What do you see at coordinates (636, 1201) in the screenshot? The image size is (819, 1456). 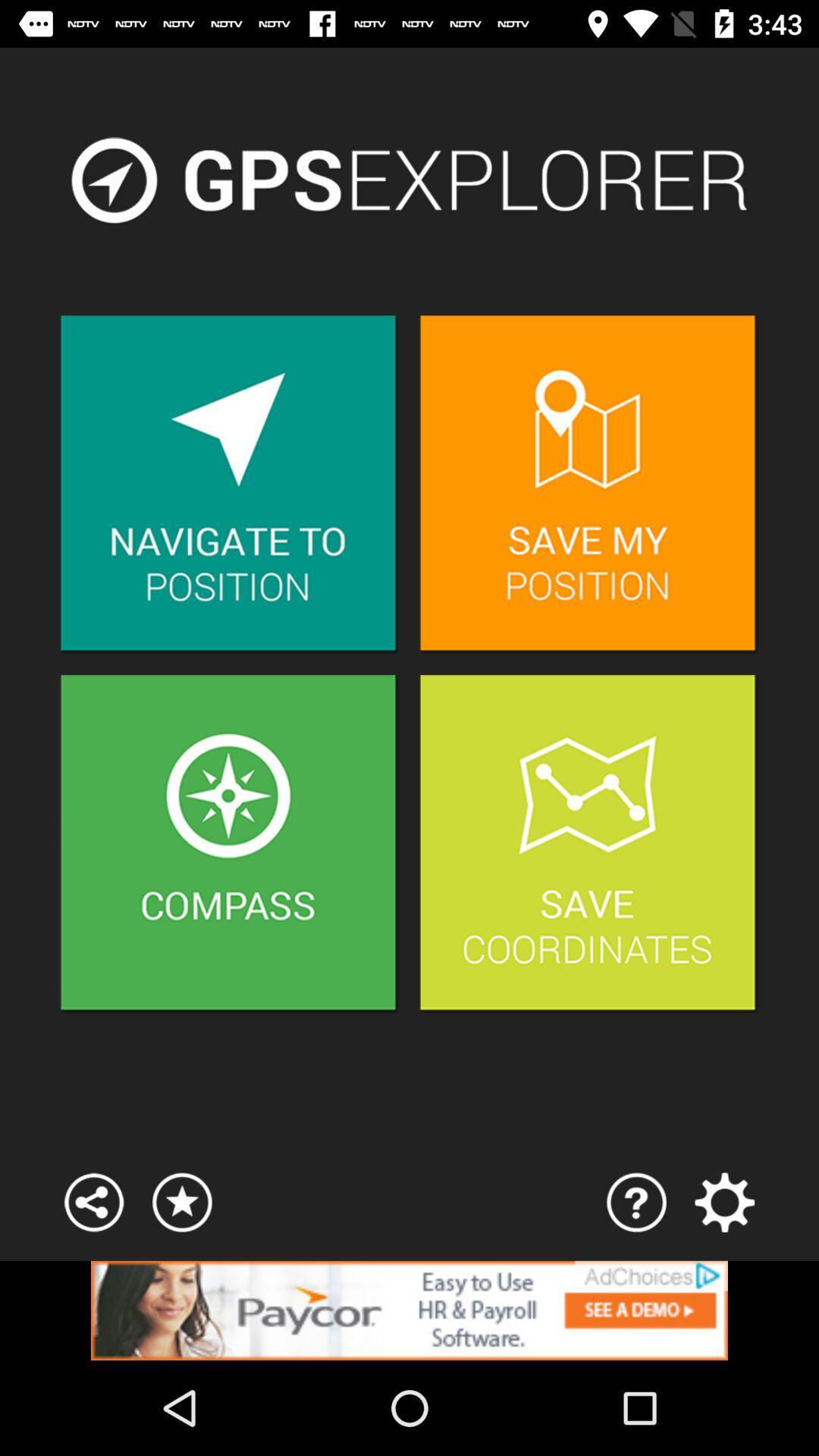 I see `help` at bounding box center [636, 1201].